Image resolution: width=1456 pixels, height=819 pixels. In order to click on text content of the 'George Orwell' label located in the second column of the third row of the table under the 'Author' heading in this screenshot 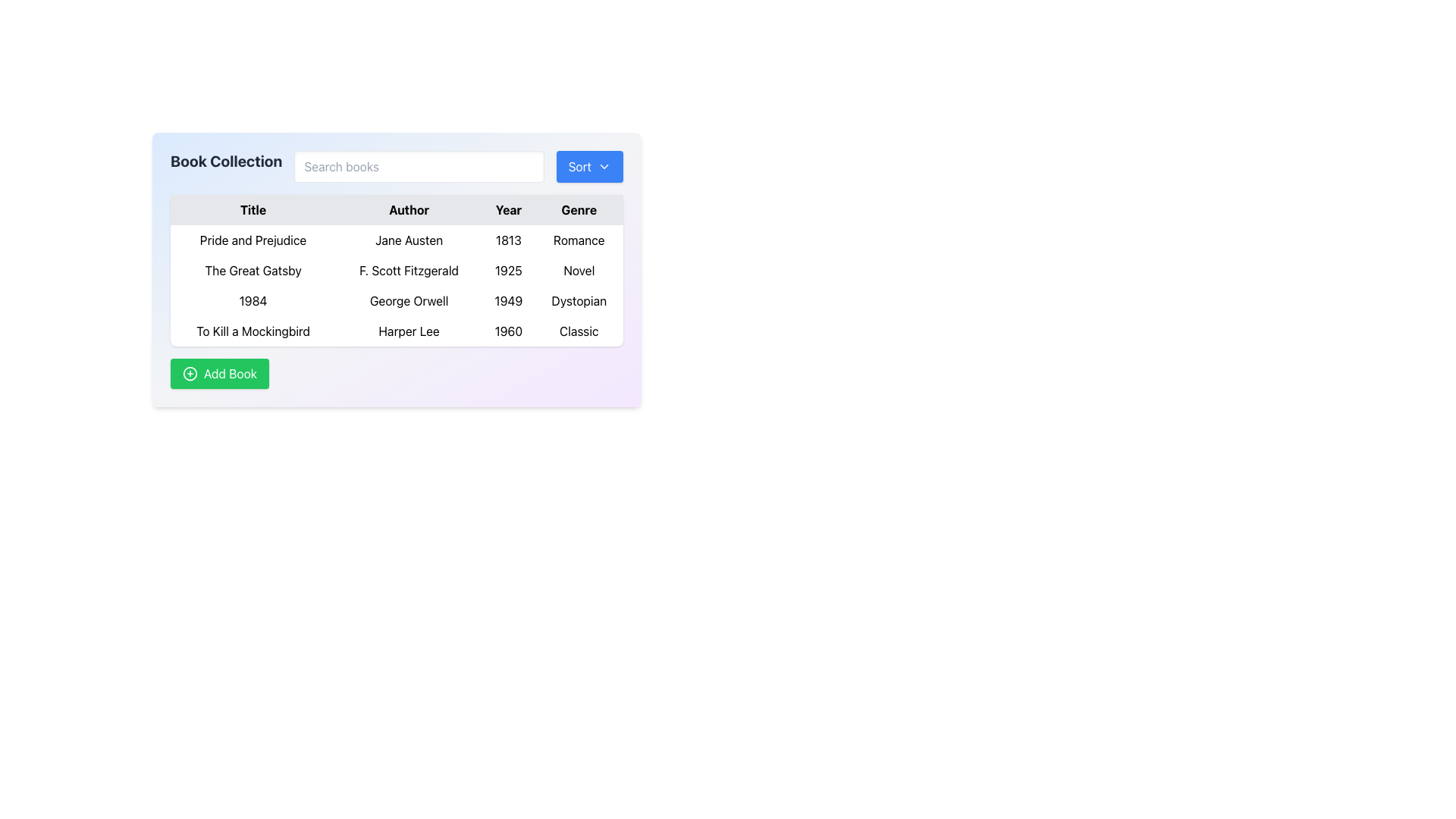, I will do `click(409, 301)`.